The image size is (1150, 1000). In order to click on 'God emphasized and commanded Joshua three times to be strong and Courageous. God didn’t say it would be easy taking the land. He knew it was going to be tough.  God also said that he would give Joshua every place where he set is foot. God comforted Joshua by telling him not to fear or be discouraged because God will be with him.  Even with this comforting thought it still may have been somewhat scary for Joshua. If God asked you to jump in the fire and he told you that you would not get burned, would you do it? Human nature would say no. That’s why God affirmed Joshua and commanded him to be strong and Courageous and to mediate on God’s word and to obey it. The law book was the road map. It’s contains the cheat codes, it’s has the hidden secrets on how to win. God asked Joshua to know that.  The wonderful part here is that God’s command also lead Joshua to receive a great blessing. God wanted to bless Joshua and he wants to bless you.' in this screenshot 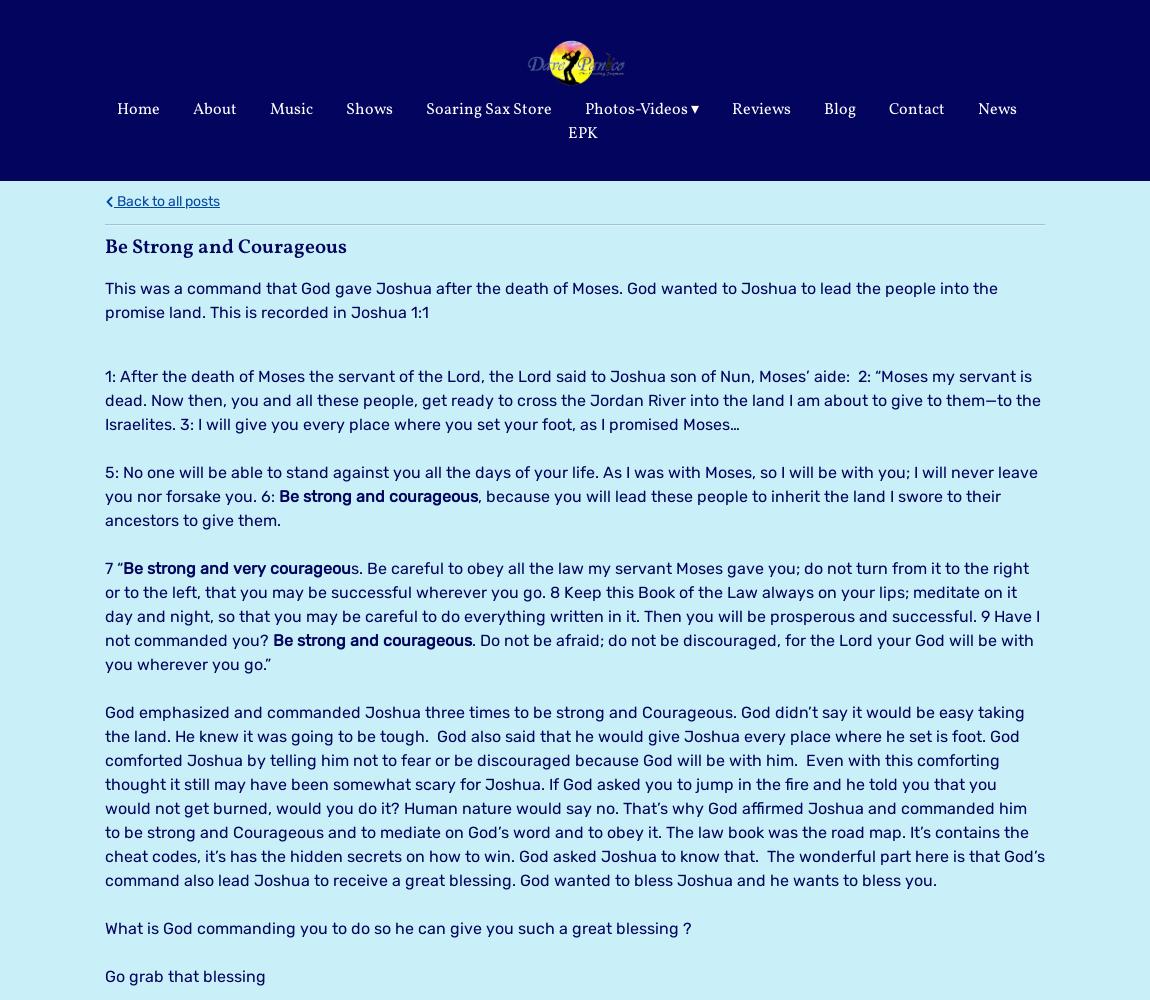, I will do `click(575, 795)`.